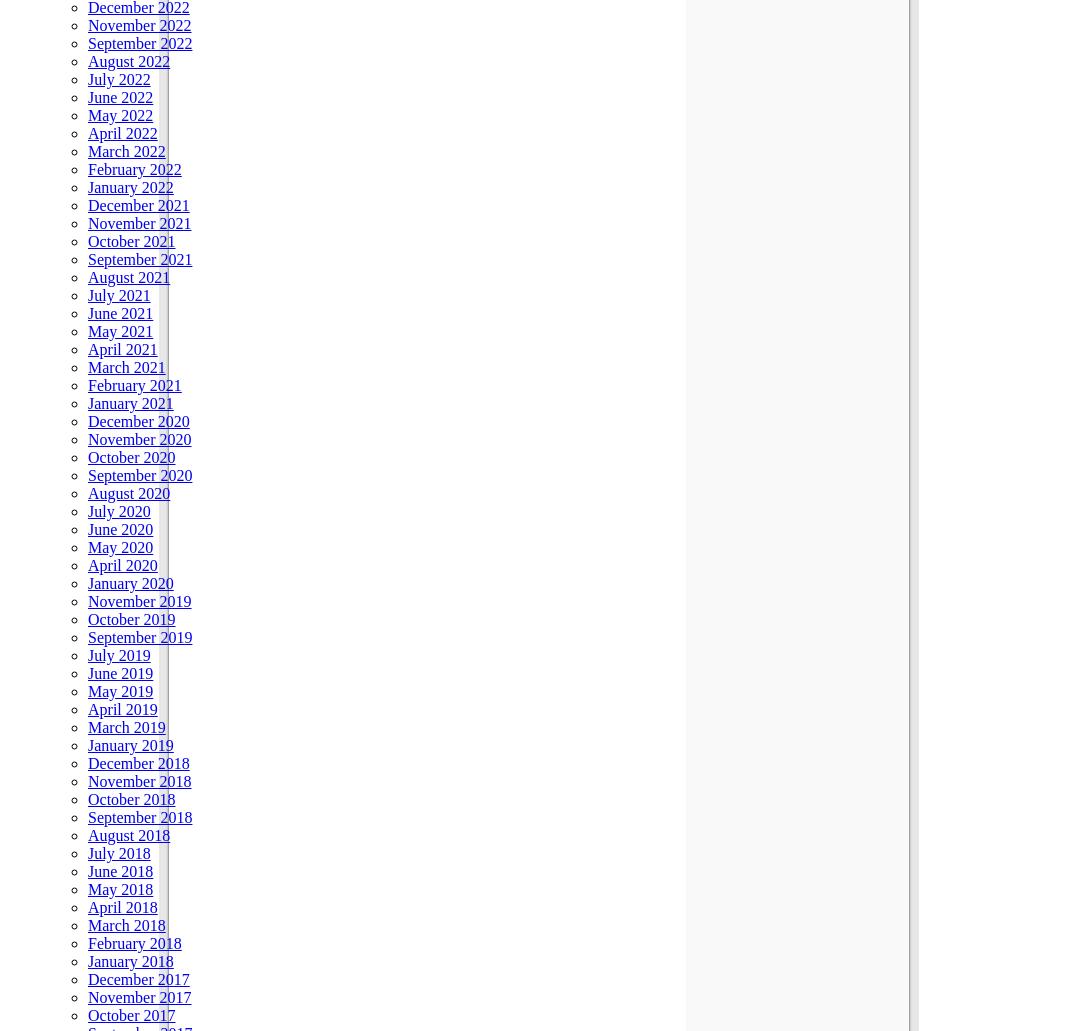  Describe the element at coordinates (140, 42) in the screenshot. I see `'September 2022'` at that location.